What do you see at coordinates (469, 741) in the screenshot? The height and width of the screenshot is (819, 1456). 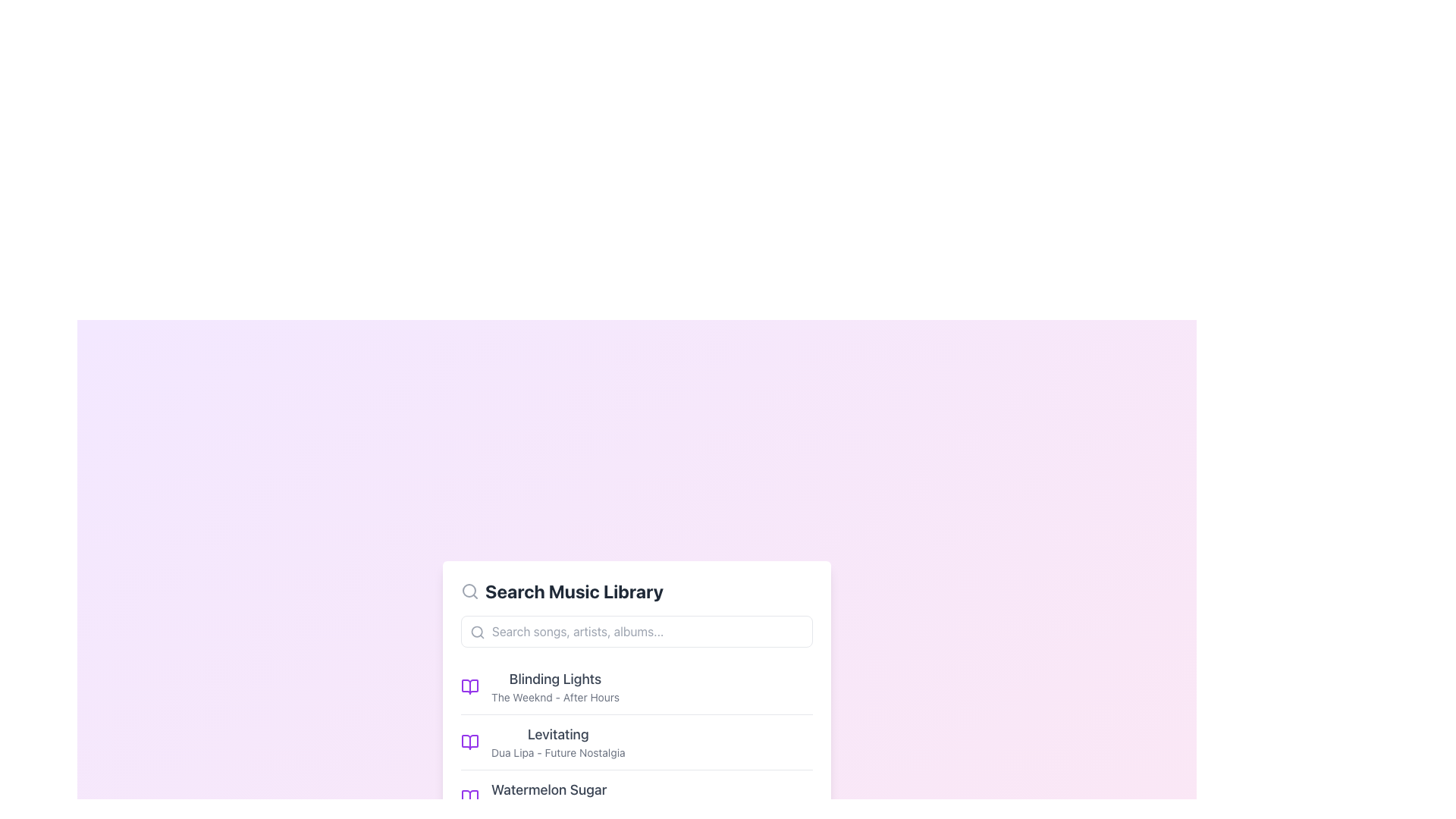 I see `the music category icon located in the second row of the music items list, which is the first visual element in that row` at bounding box center [469, 741].